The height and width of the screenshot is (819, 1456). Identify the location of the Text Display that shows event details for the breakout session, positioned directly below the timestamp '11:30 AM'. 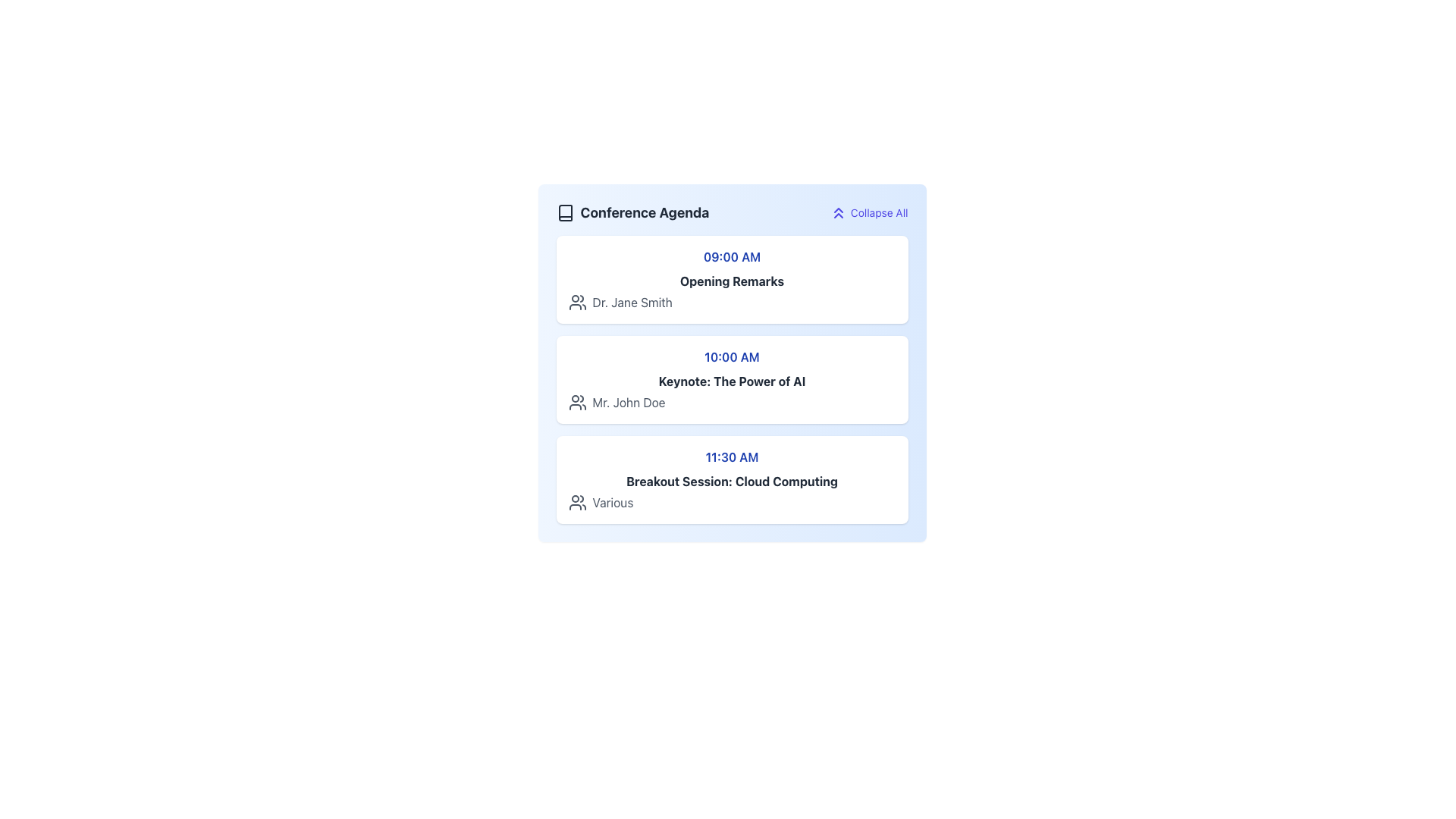
(732, 491).